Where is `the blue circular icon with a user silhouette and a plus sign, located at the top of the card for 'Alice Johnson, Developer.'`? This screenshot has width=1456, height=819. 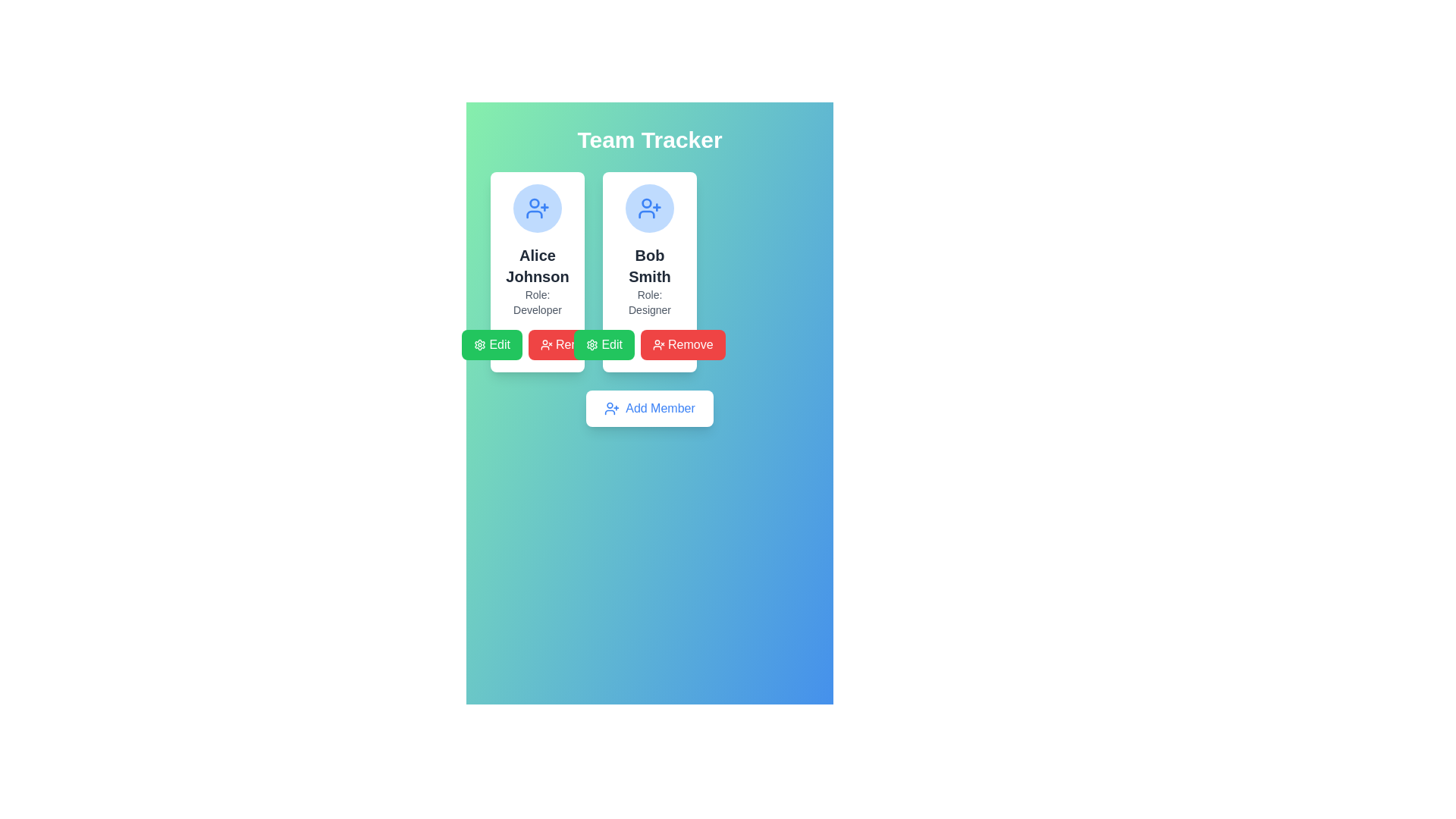 the blue circular icon with a user silhouette and a plus sign, located at the top of the card for 'Alice Johnson, Developer.' is located at coordinates (538, 208).